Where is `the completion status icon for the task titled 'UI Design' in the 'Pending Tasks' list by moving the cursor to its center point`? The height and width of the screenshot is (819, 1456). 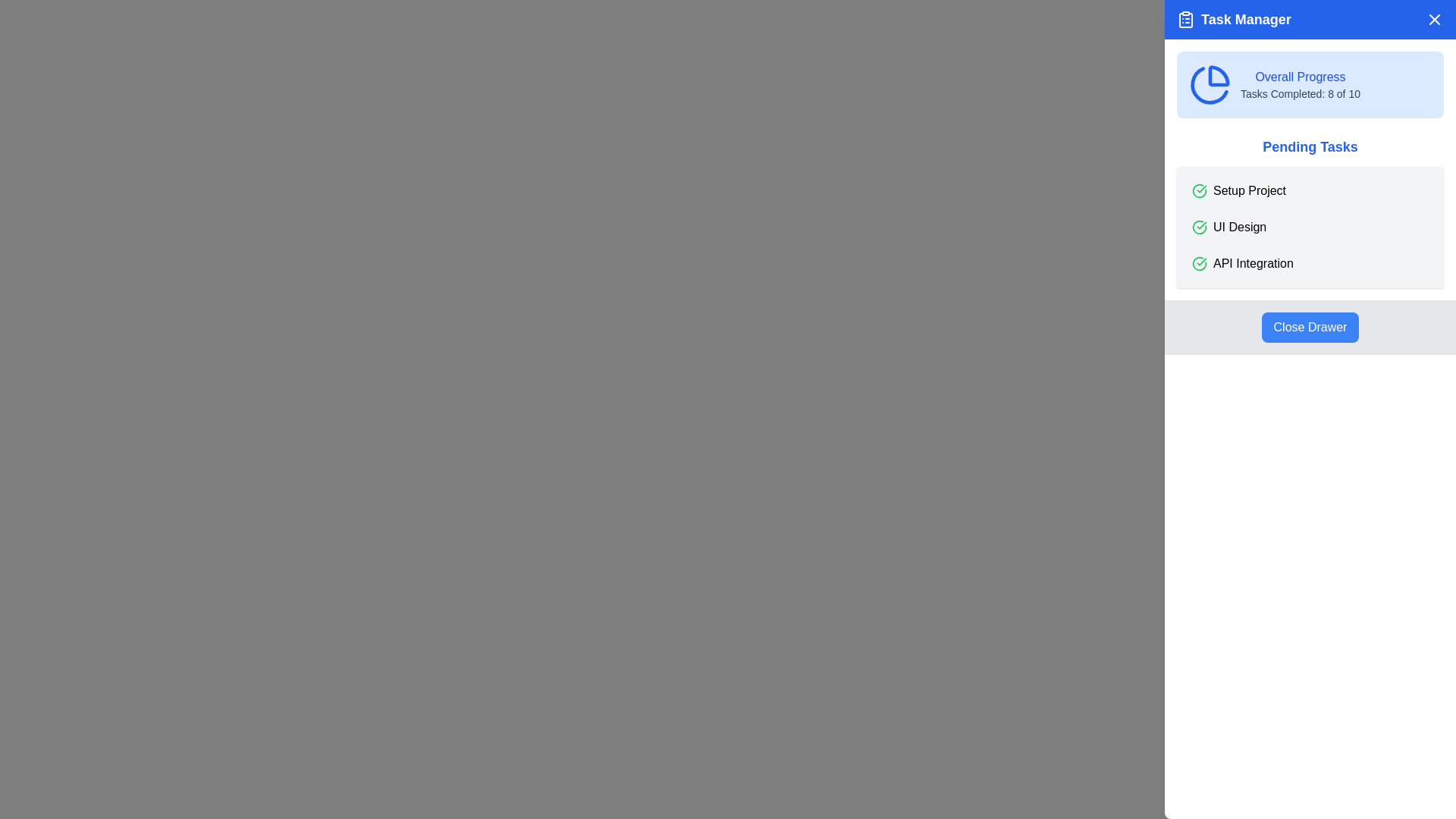
the completion status icon for the task titled 'UI Design' in the 'Pending Tasks' list by moving the cursor to its center point is located at coordinates (1199, 227).